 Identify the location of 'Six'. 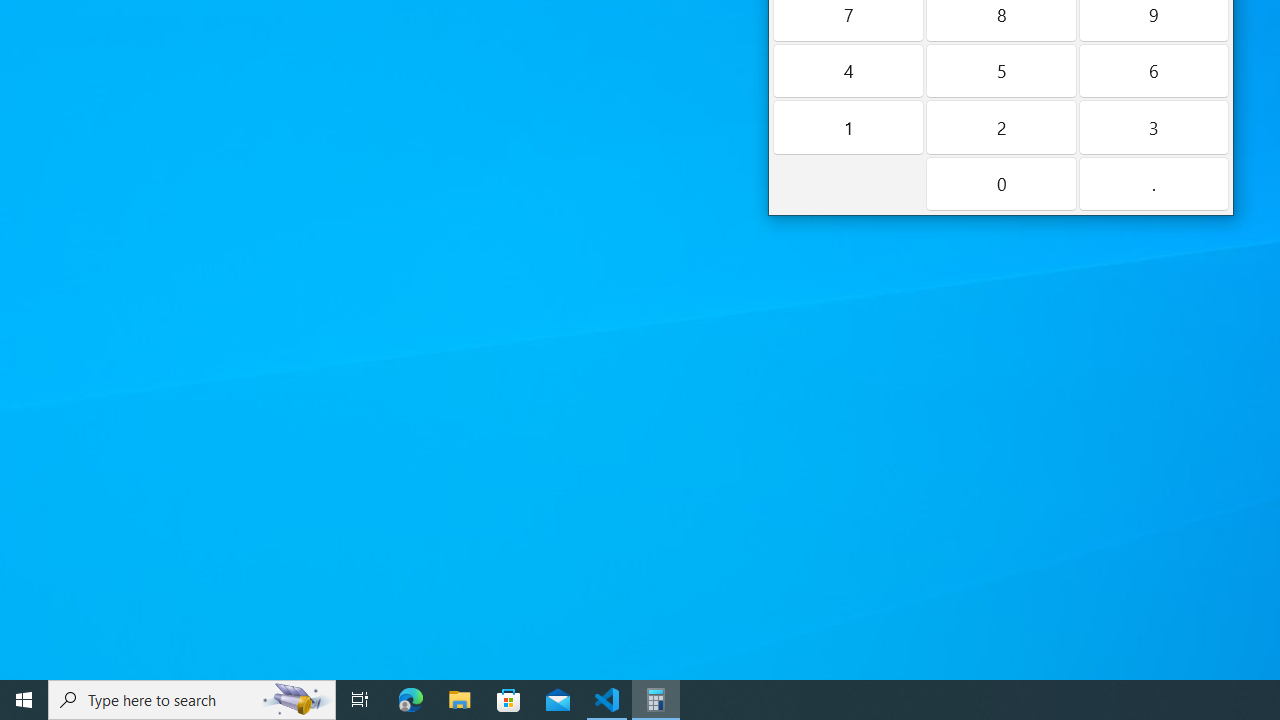
(1153, 69).